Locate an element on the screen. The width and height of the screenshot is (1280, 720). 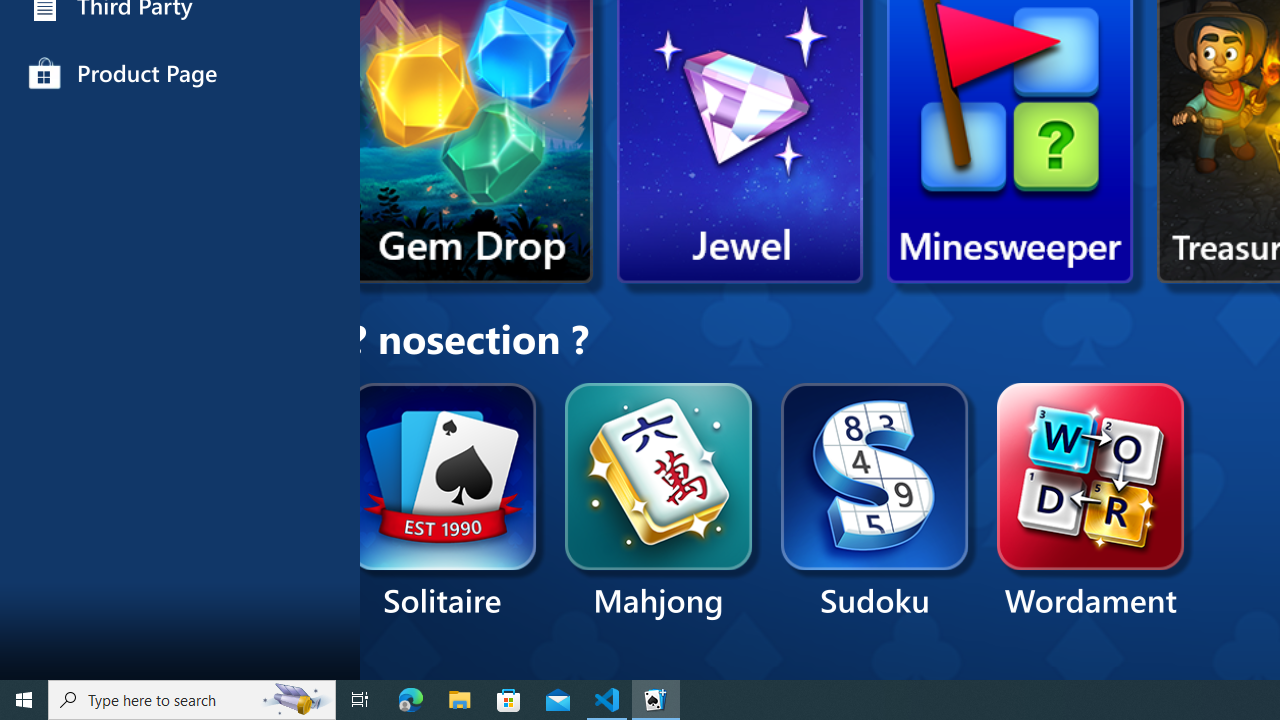
'Sudoku' is located at coordinates (875, 501).